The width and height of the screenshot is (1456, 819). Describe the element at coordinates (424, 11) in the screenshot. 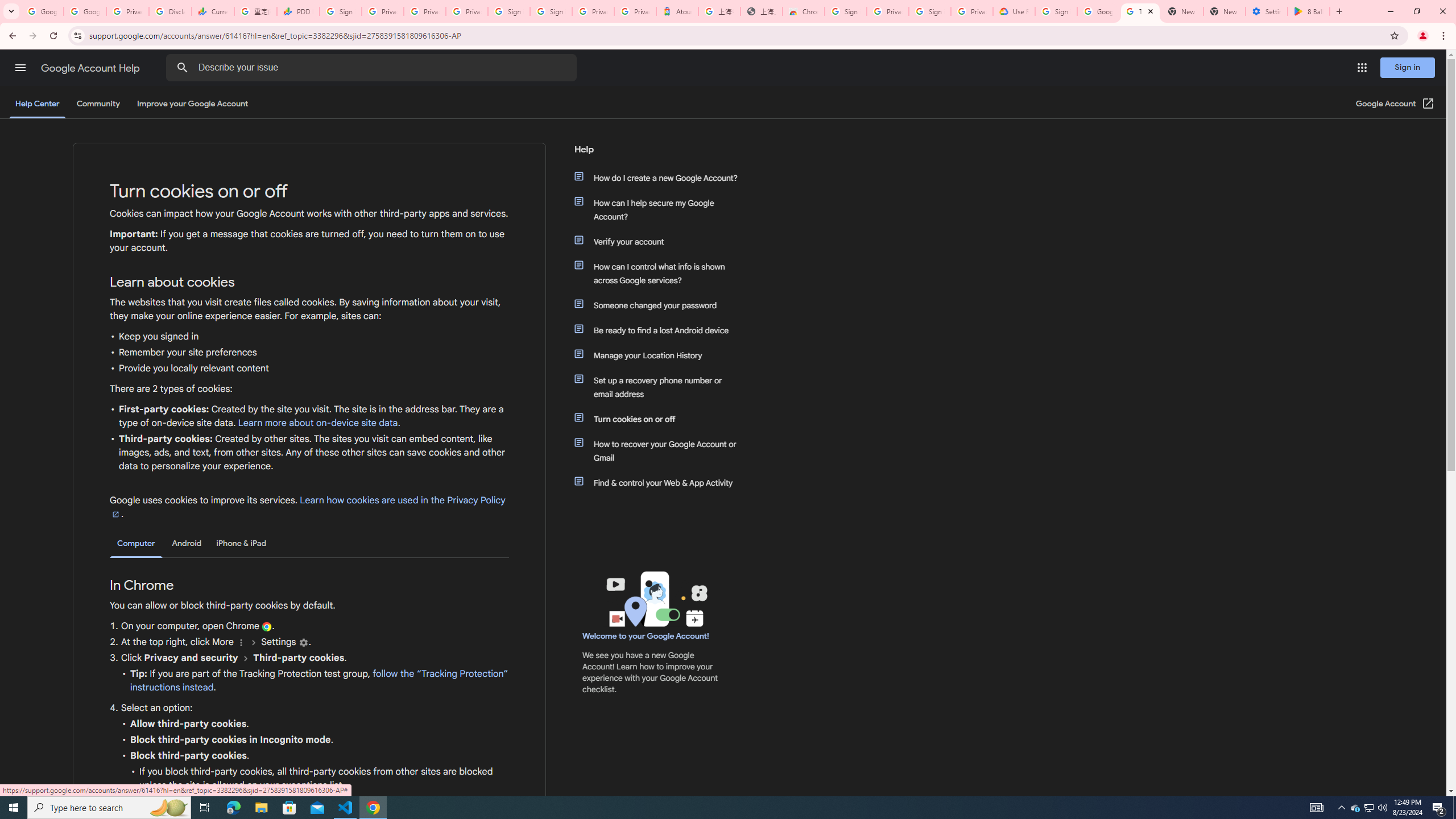

I see `'Privacy Checkup'` at that location.